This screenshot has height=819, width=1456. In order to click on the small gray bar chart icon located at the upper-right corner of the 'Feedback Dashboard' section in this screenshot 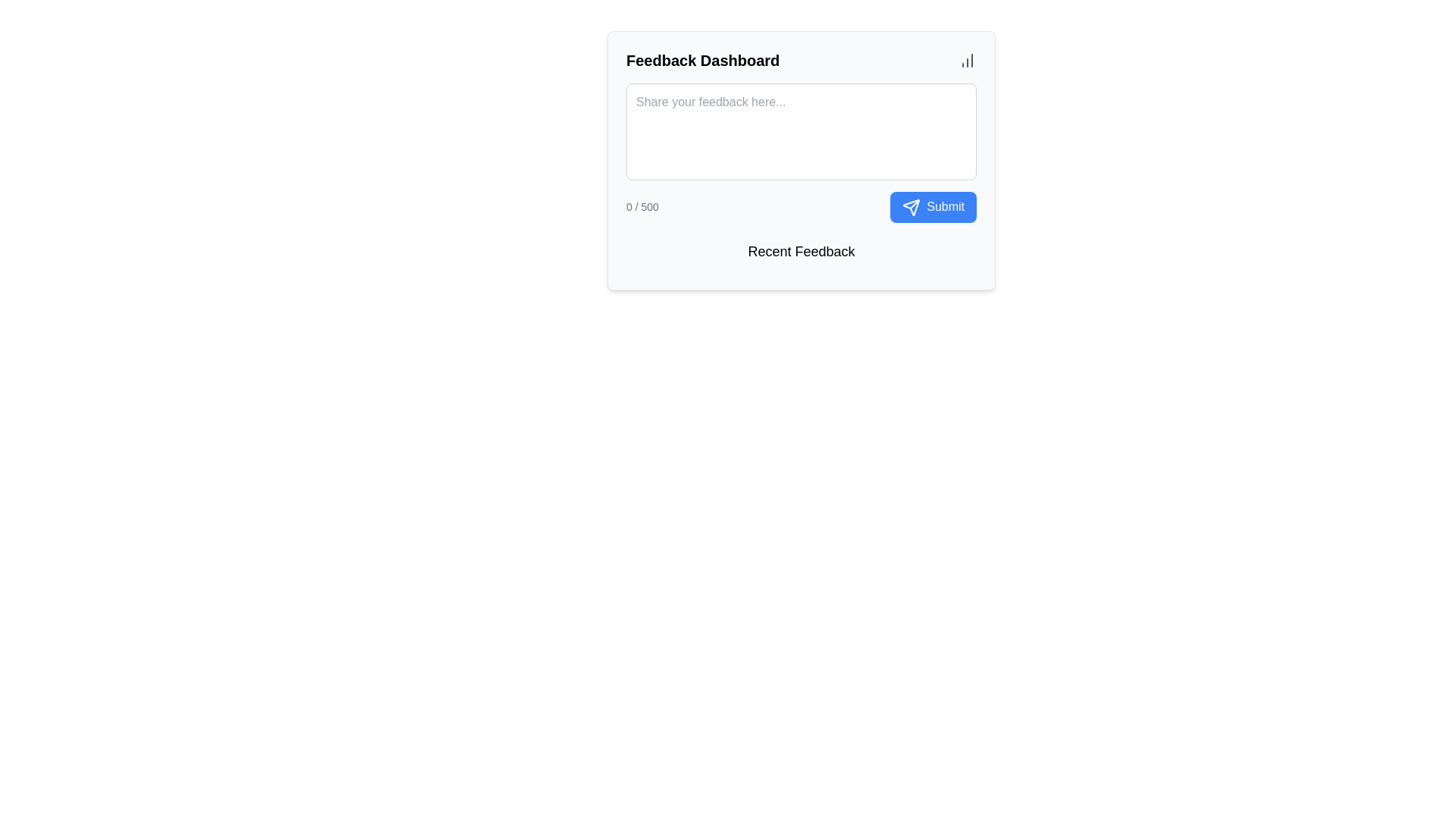, I will do `click(967, 60)`.